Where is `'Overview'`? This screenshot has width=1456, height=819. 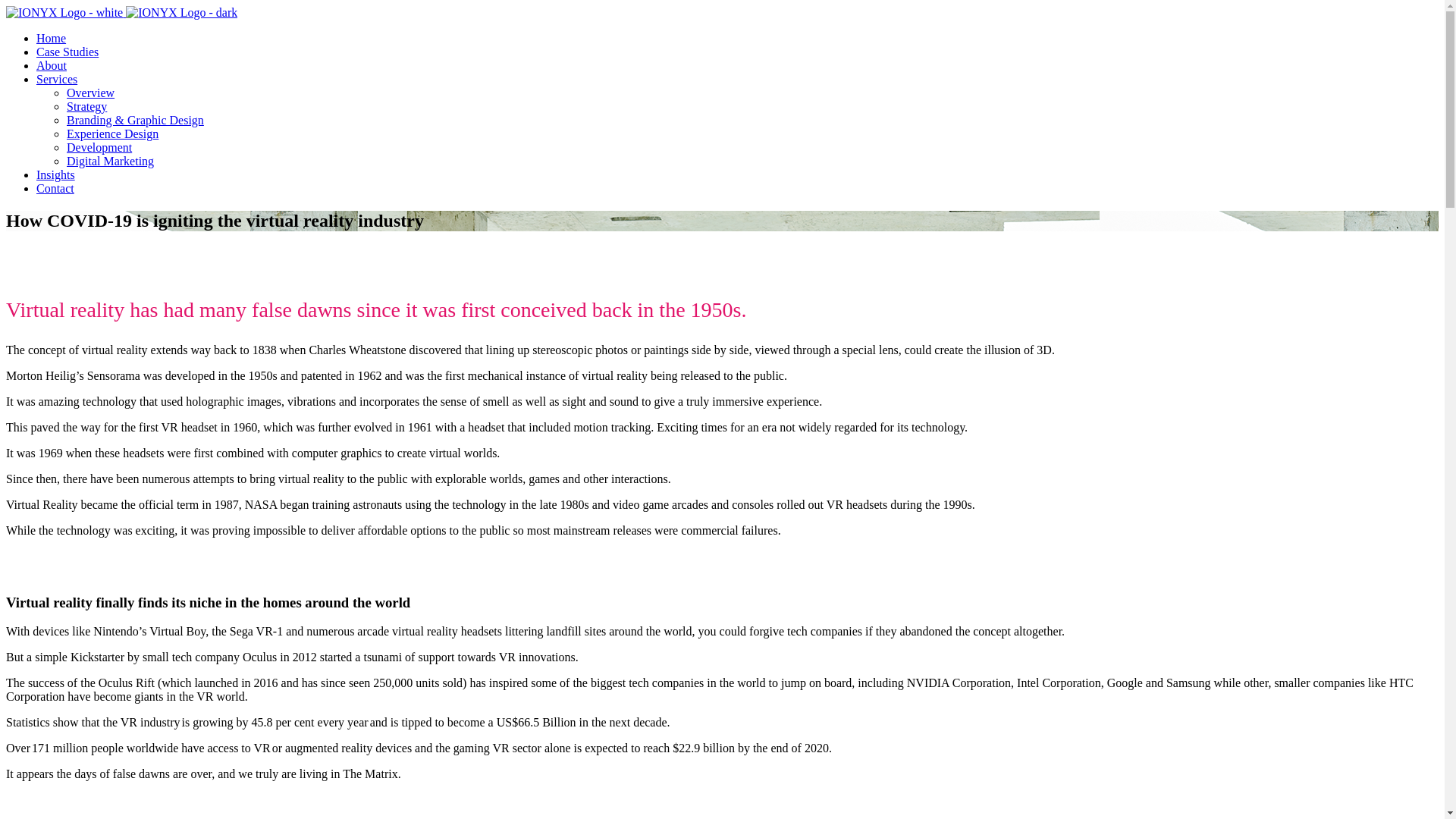 'Overview' is located at coordinates (89, 93).